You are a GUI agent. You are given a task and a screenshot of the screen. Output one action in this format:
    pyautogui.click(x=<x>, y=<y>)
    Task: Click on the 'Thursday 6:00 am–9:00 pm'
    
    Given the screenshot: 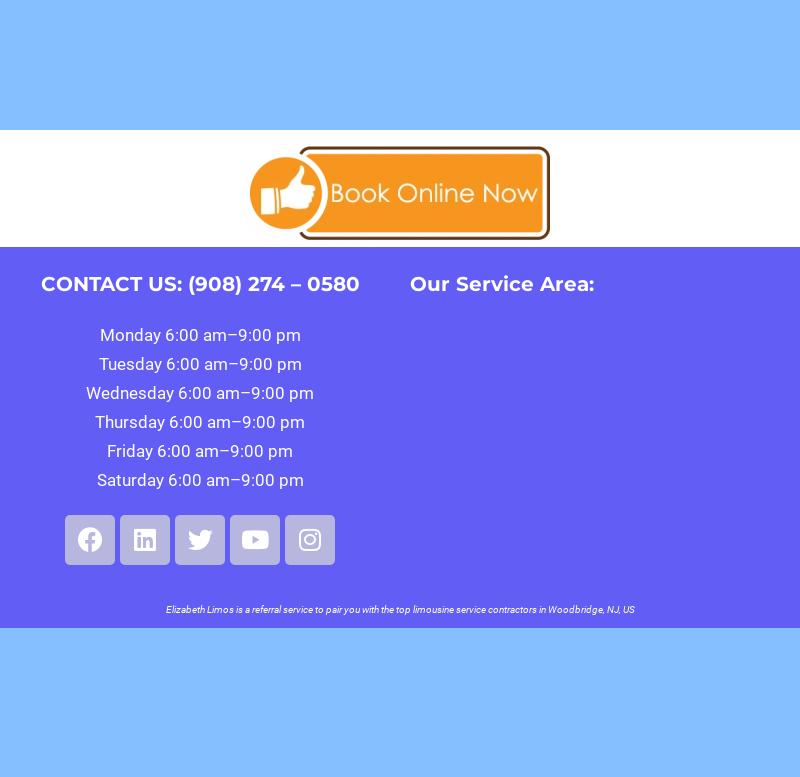 What is the action you would take?
    pyautogui.click(x=200, y=419)
    